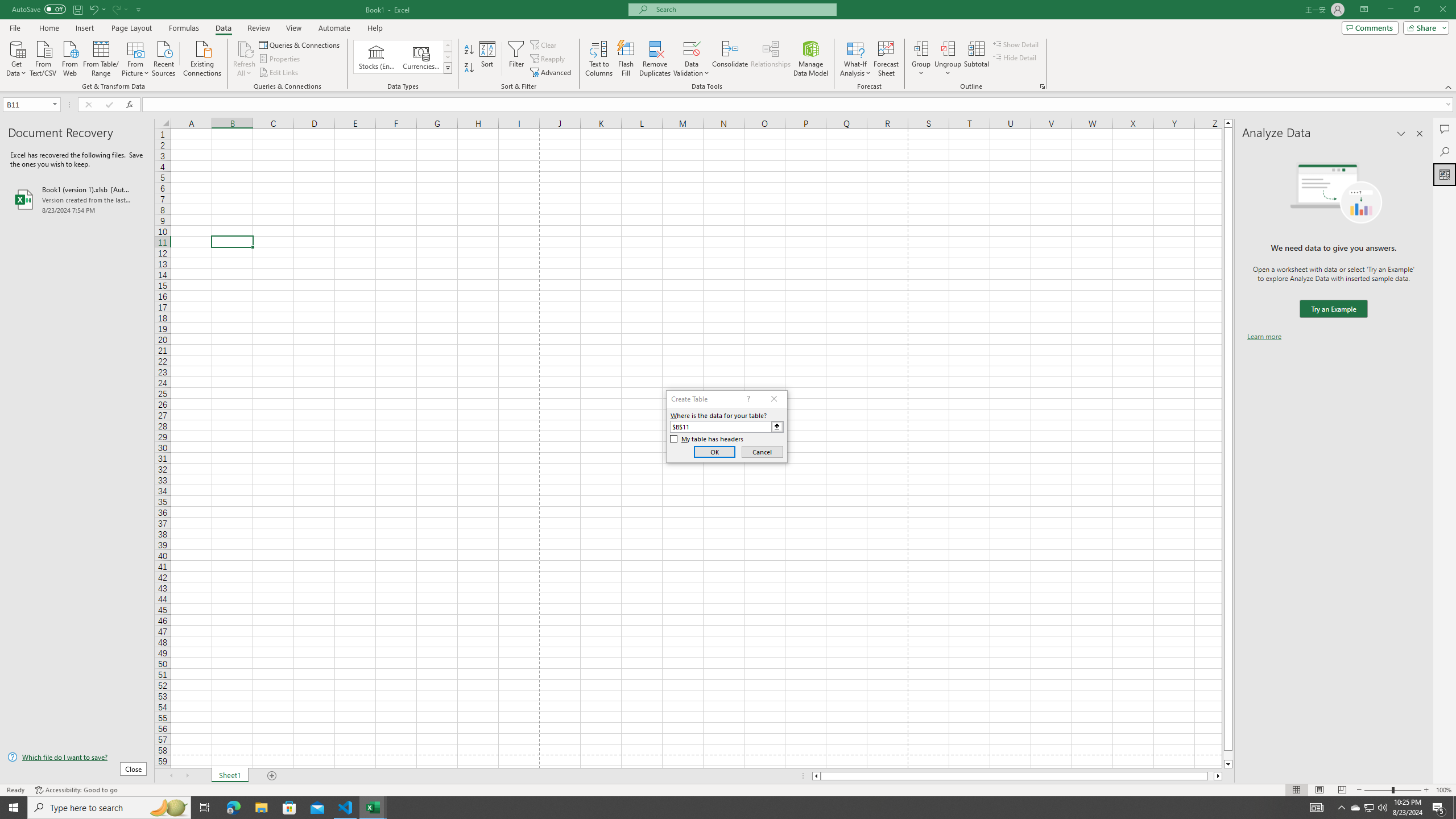 The width and height of the screenshot is (1456, 819). I want to click on 'Hide Detail', so click(1015, 56).